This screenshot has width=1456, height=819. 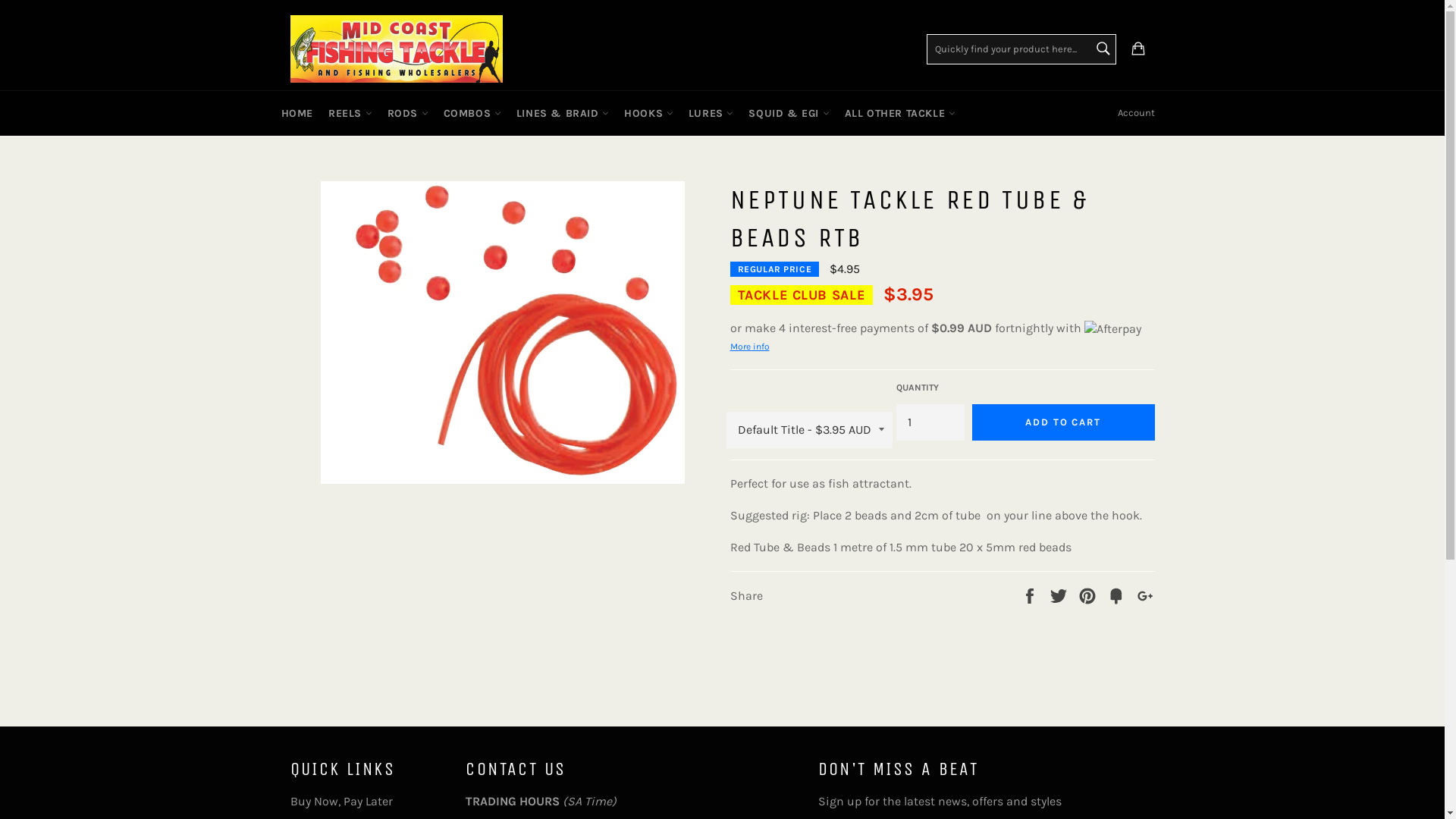 I want to click on 'ADD TO CART', so click(x=971, y=422).